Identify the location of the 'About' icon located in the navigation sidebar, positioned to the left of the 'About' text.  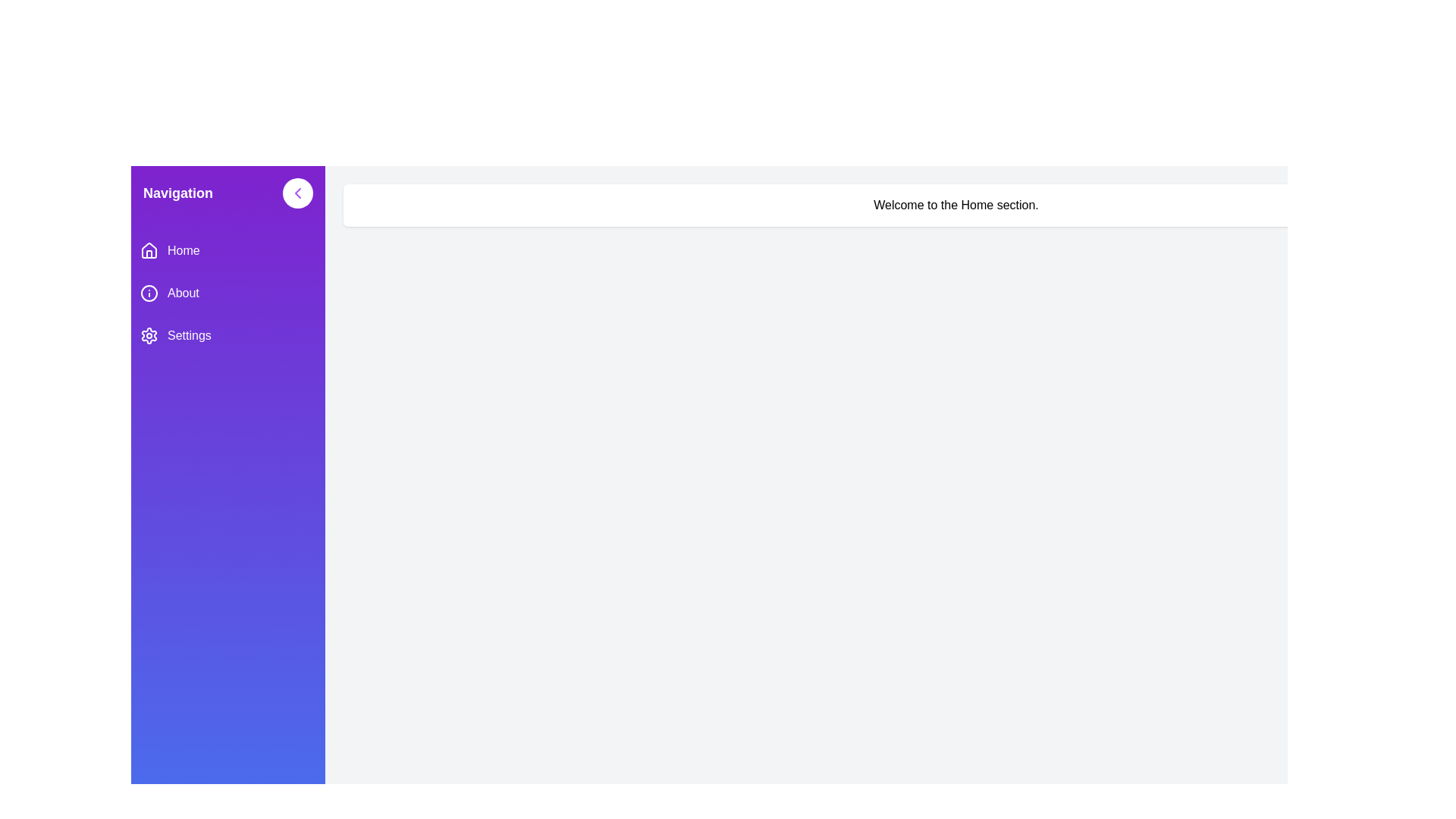
(149, 293).